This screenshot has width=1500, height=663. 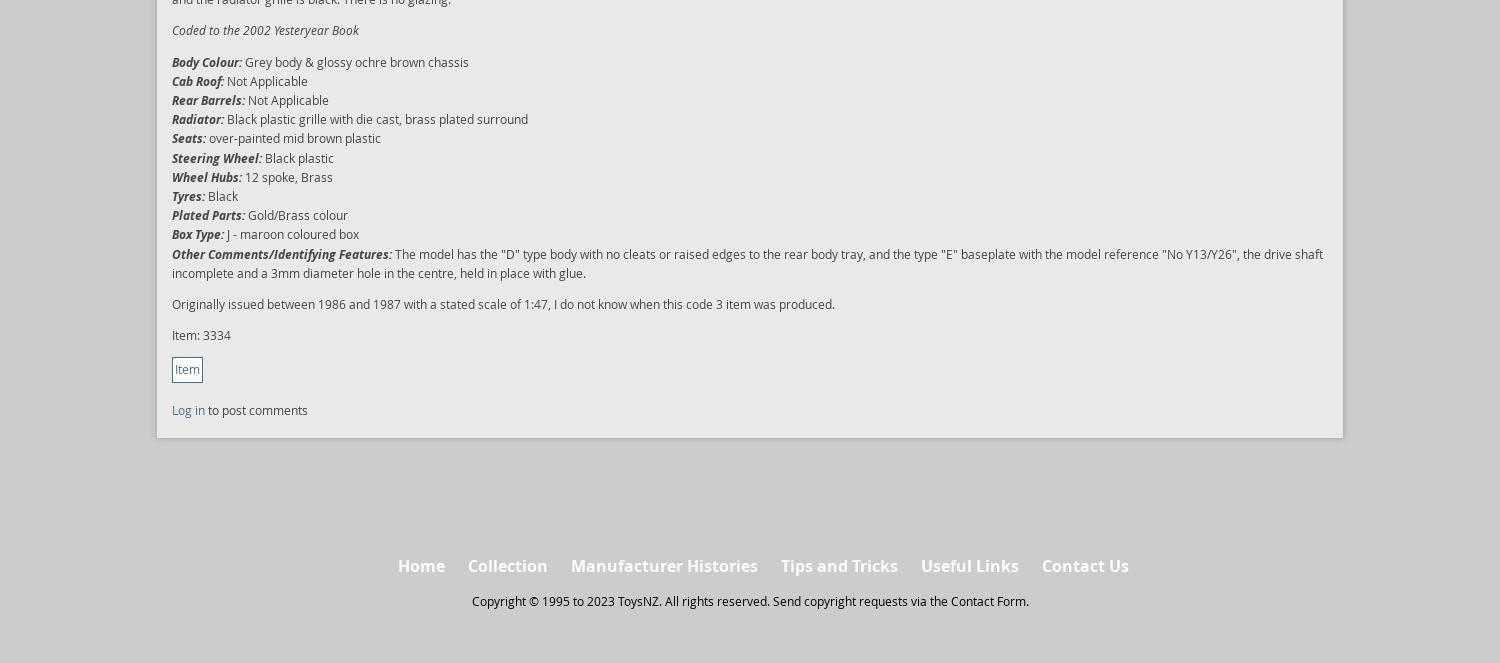 What do you see at coordinates (503, 302) in the screenshot?
I see `'Originally issued between 1986 and 1987 with a stated scale of 1:47, I do not know when this code 3 item was produced.'` at bounding box center [503, 302].